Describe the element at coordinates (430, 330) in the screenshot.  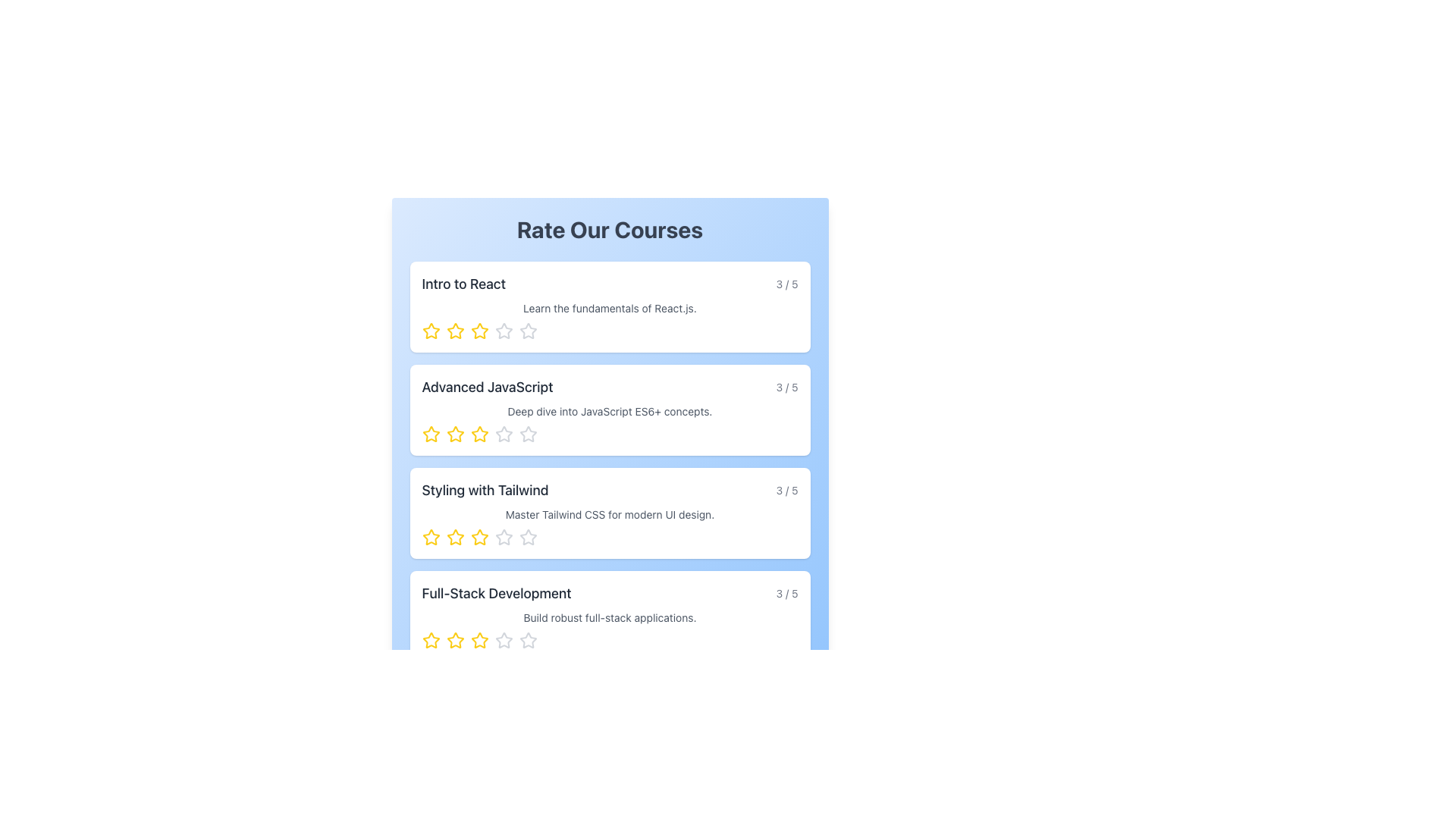
I see `the first star in the rating control for the 'Intro to React' course` at that location.